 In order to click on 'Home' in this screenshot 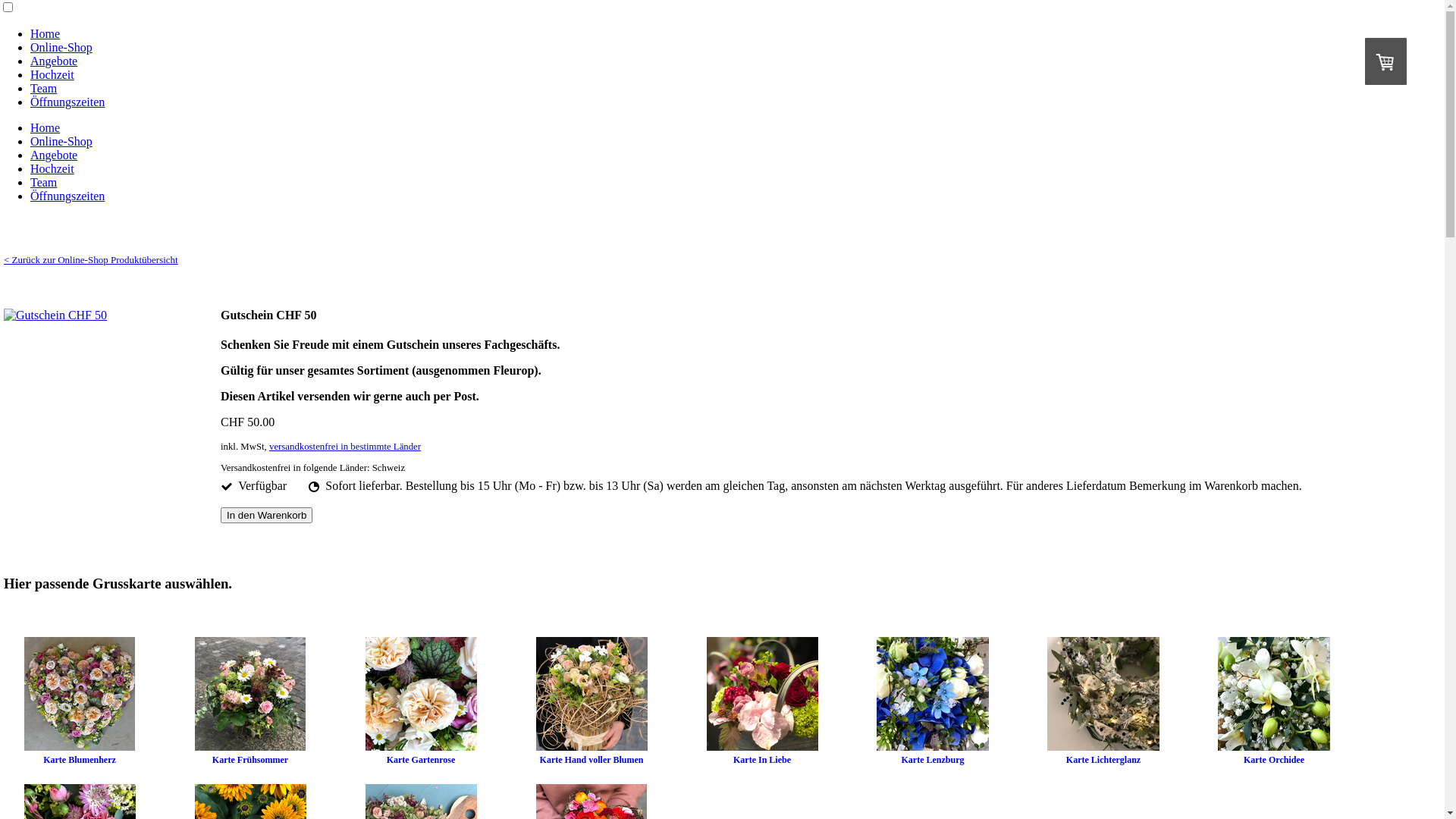, I will do `click(45, 127)`.